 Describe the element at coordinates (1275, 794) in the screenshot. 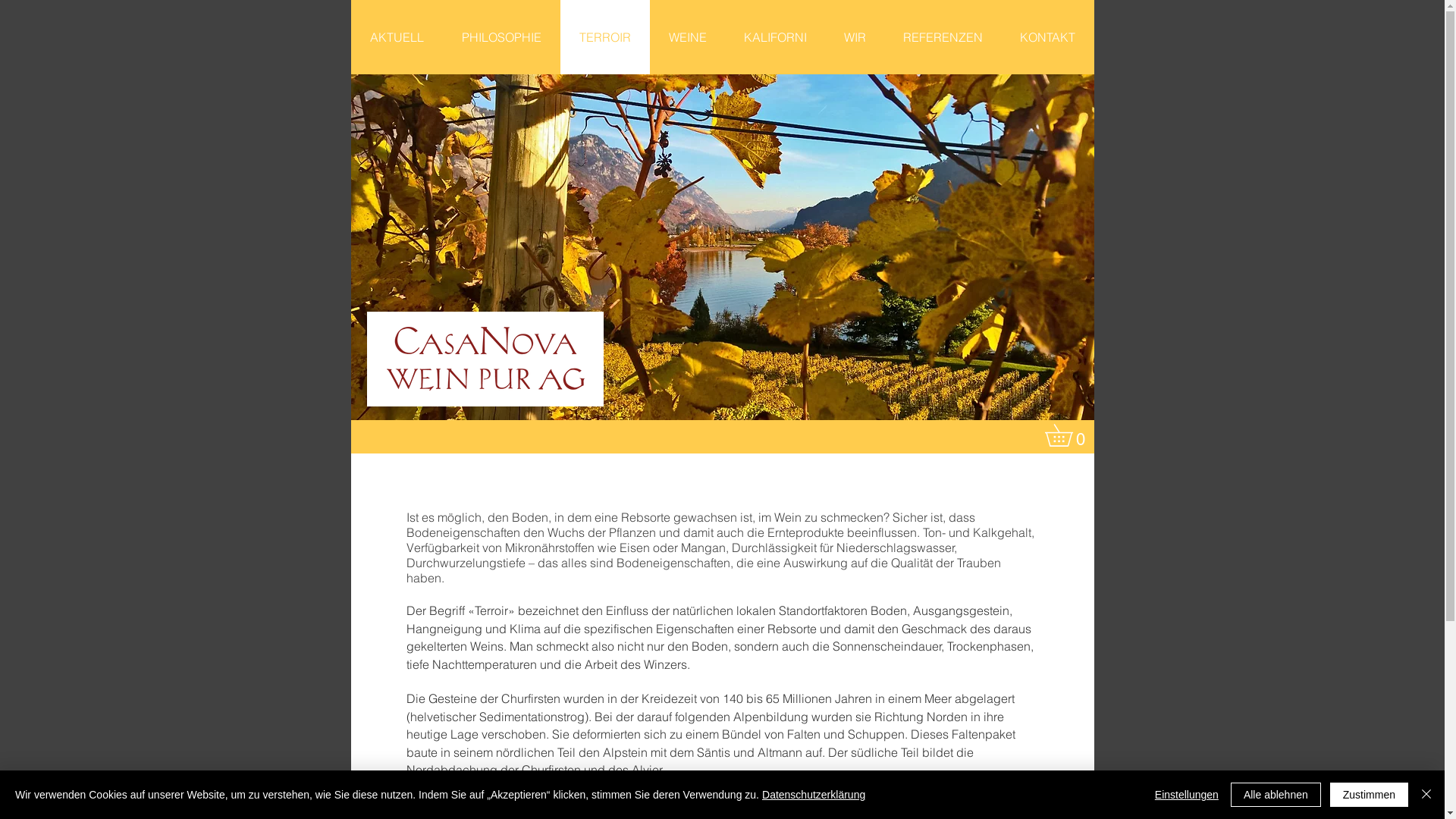

I see `'Alle ablehnen'` at that location.